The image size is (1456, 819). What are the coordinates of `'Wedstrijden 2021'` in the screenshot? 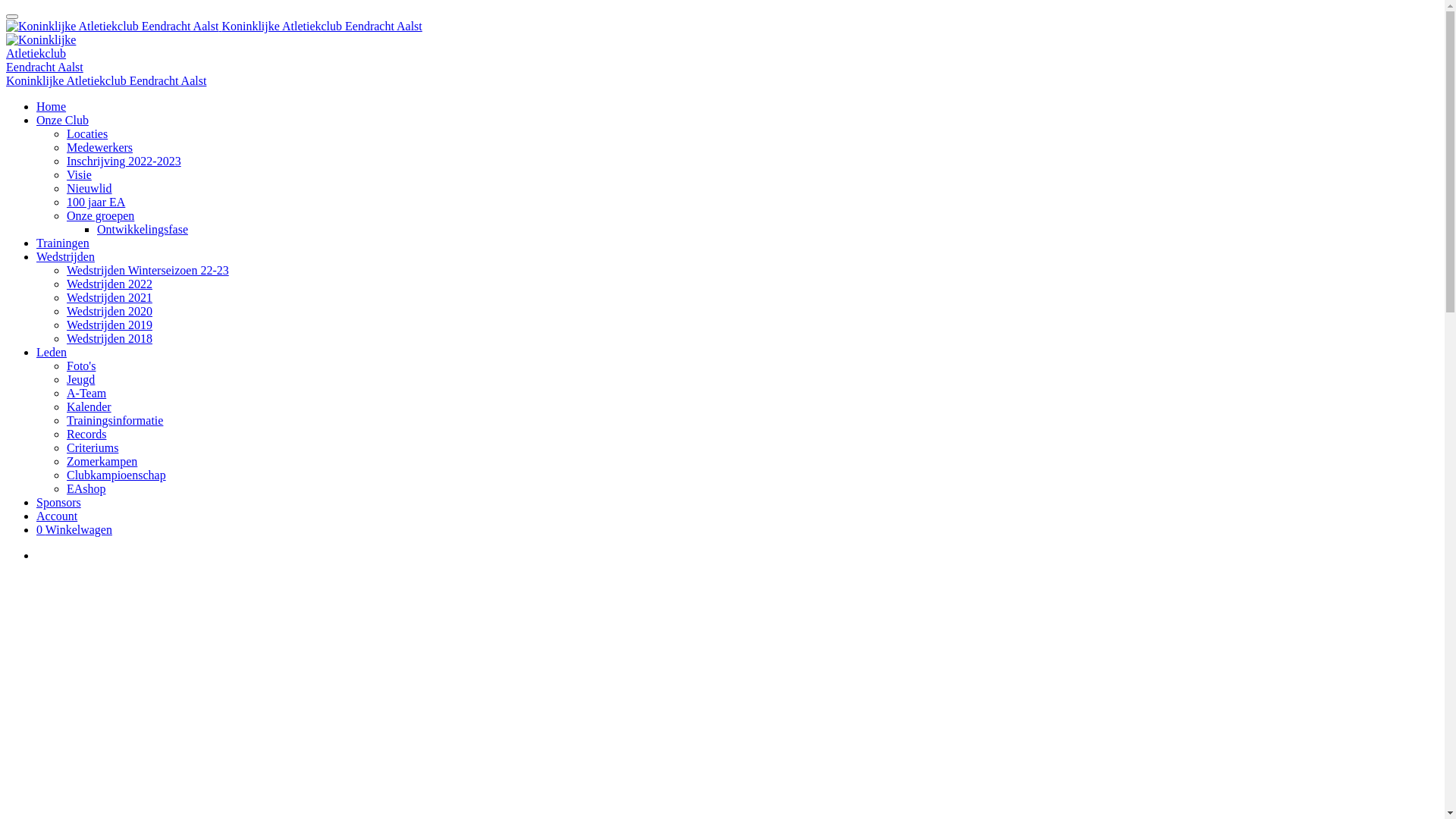 It's located at (108, 297).